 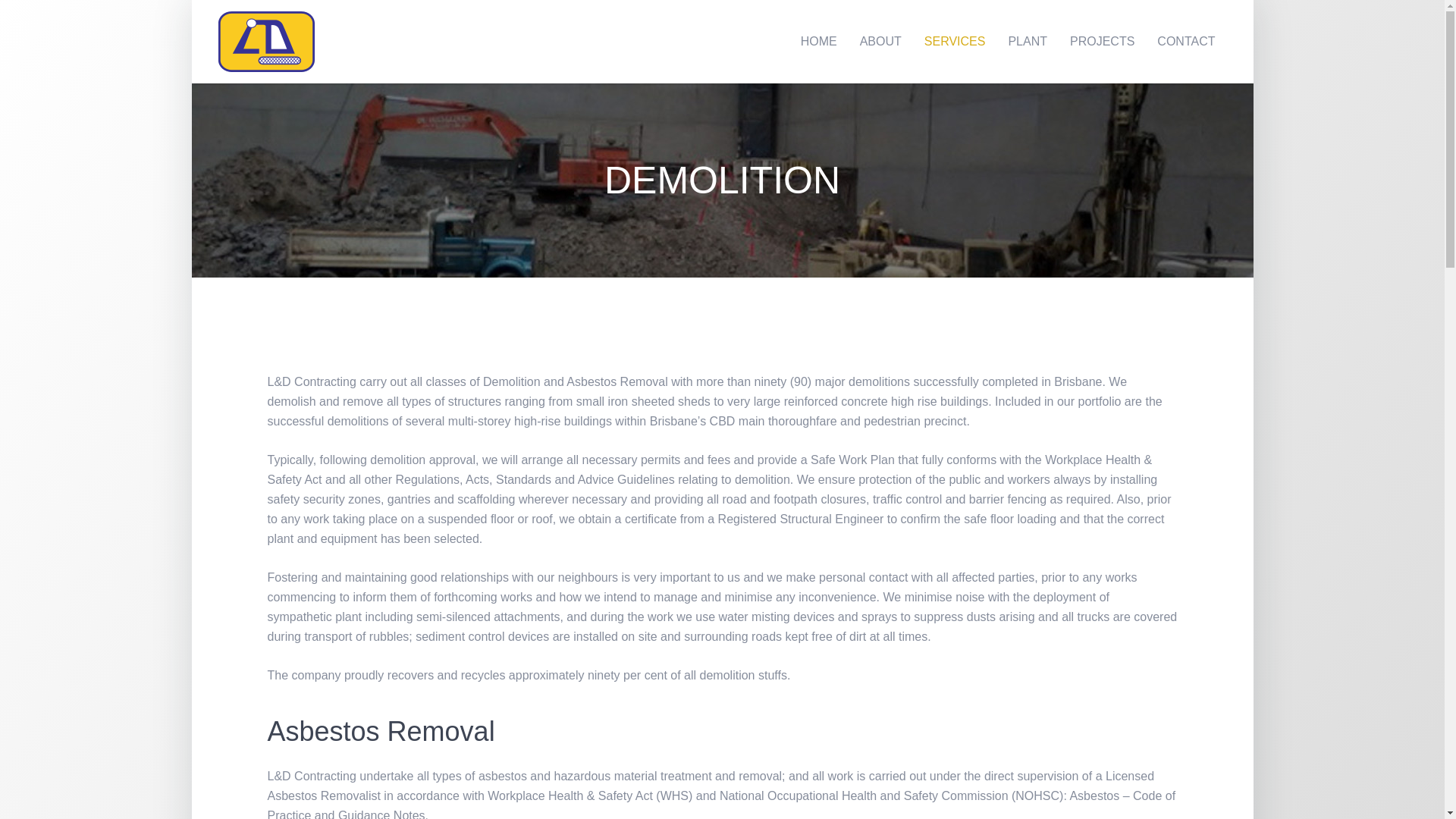 I want to click on 'ABOUT', so click(x=847, y=40).